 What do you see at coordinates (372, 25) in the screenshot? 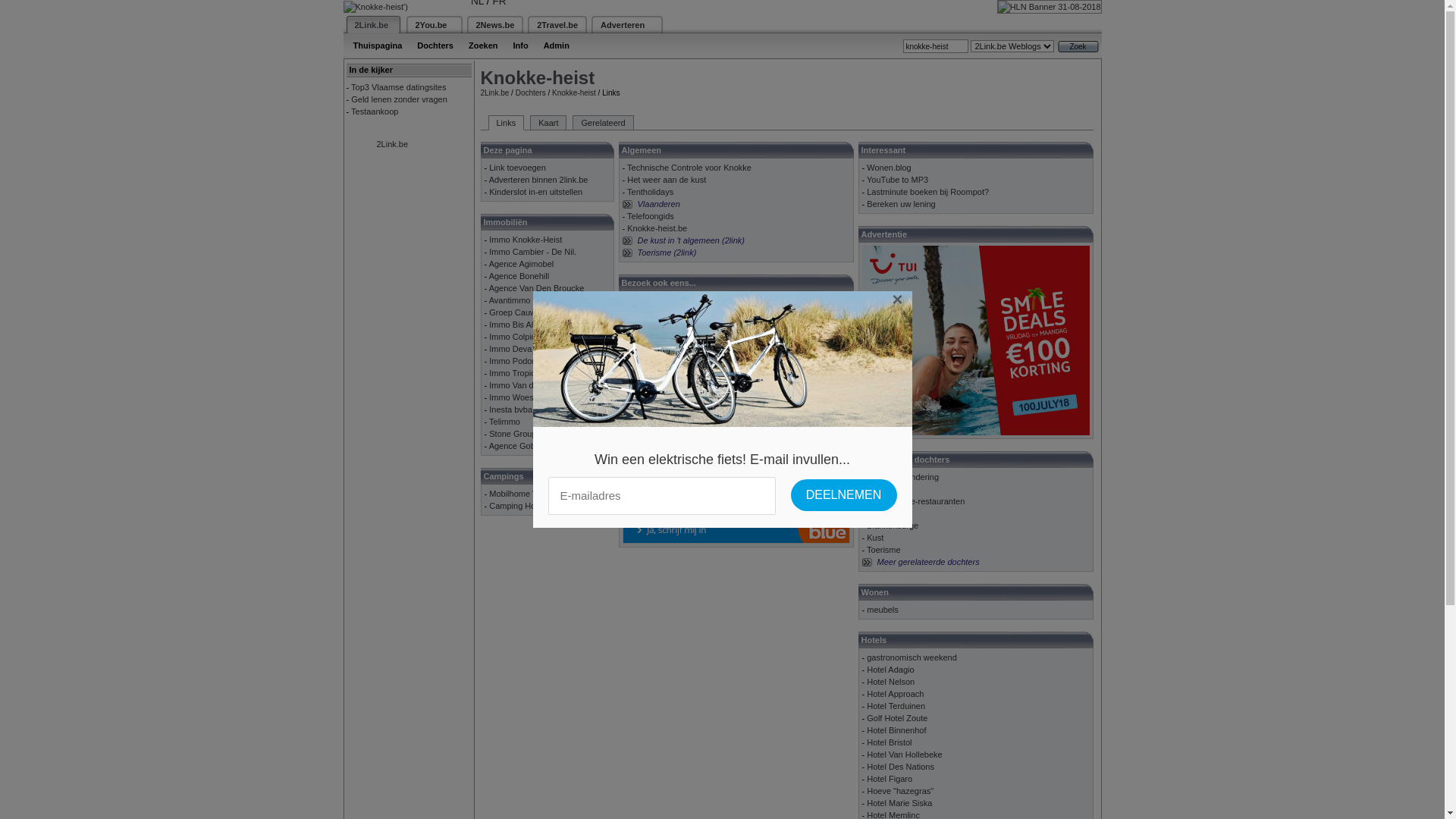
I see `'2Link.be'` at bounding box center [372, 25].